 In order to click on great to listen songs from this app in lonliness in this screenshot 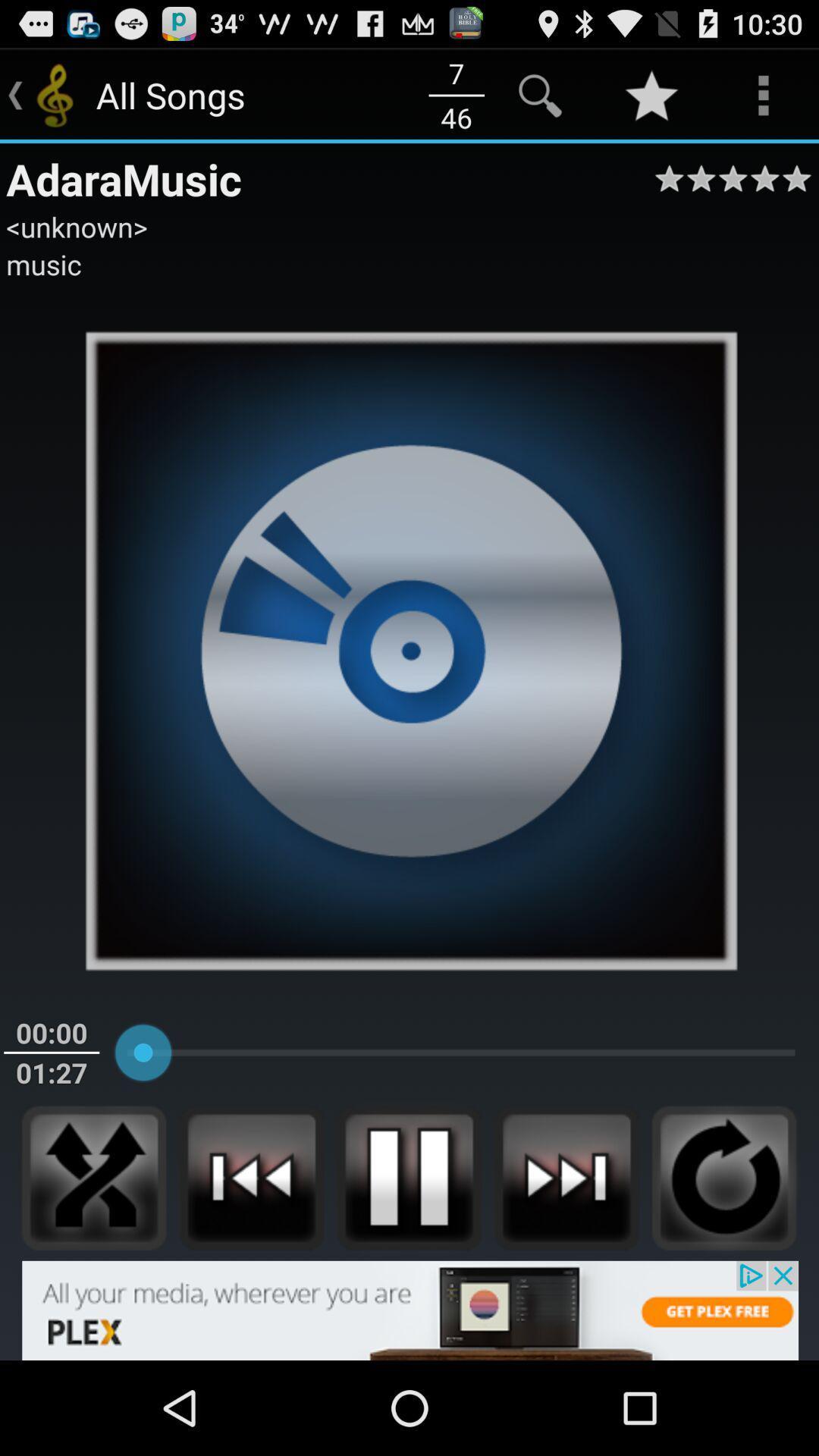, I will do `click(94, 1177)`.